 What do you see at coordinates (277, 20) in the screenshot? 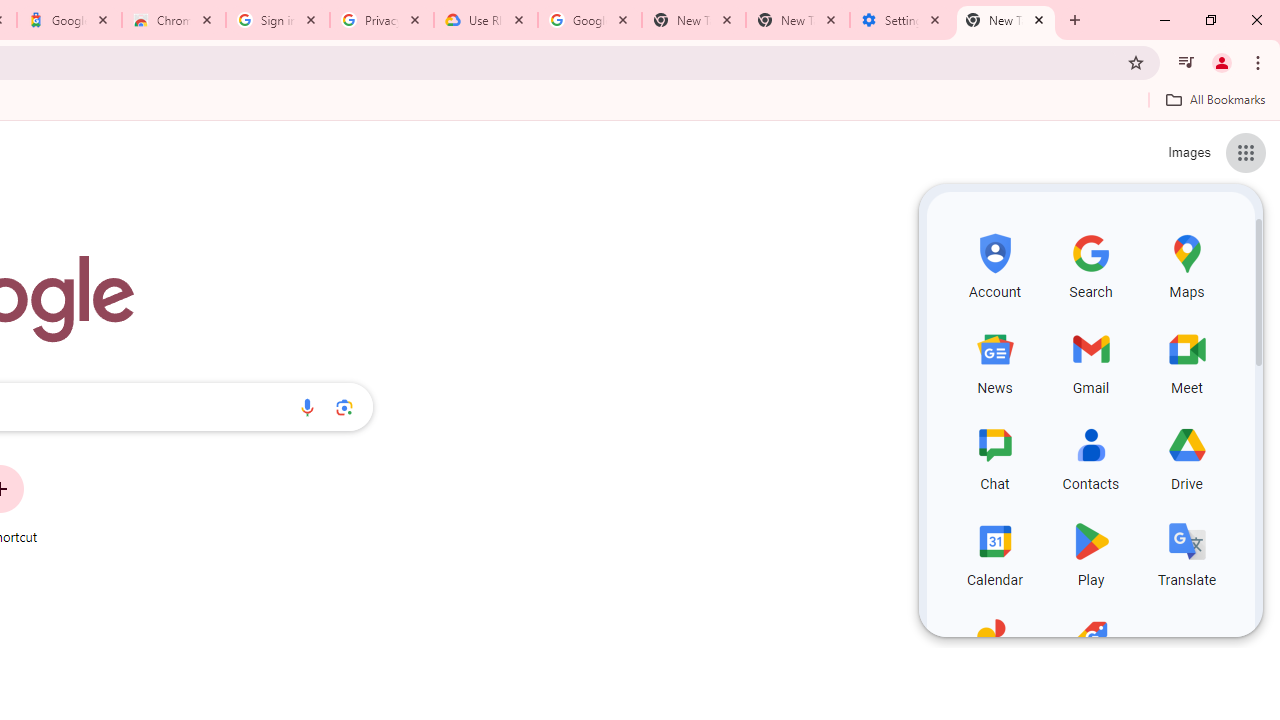
I see `'Sign in - Google Accounts'` at bounding box center [277, 20].